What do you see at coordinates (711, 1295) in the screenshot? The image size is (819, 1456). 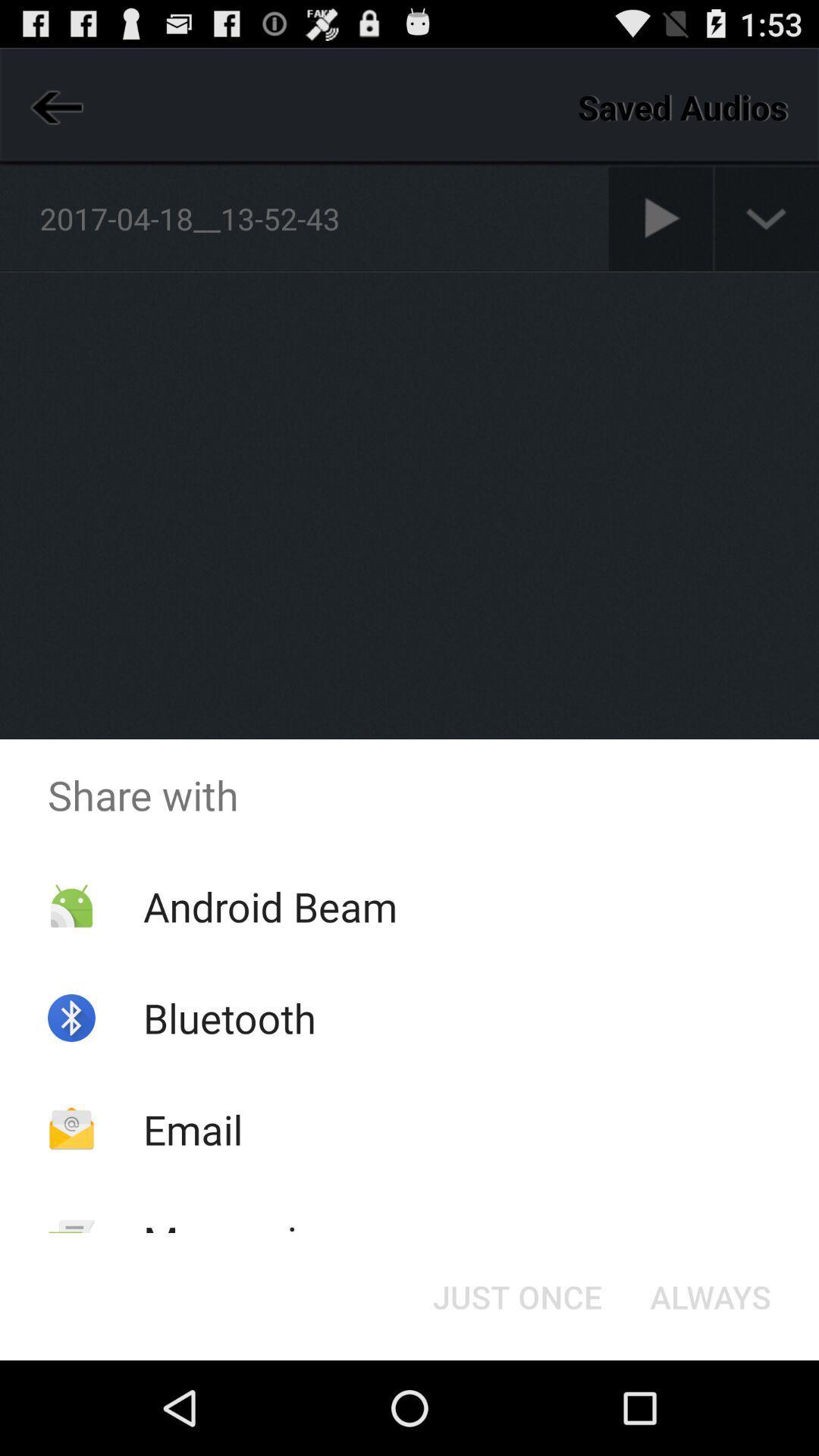 I see `item next to just once icon` at bounding box center [711, 1295].